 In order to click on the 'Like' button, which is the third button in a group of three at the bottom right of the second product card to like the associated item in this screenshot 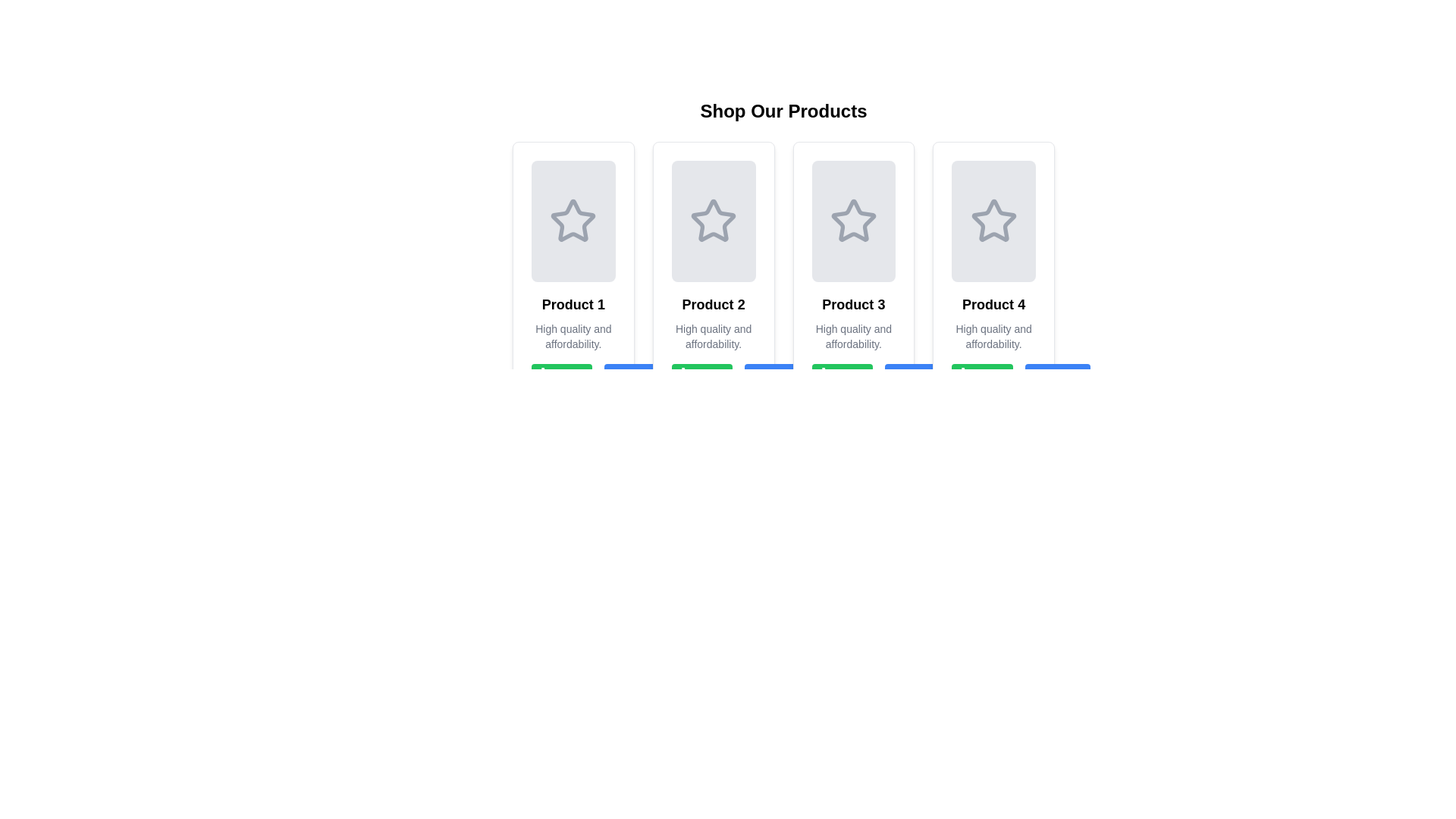, I will do `click(712, 375)`.